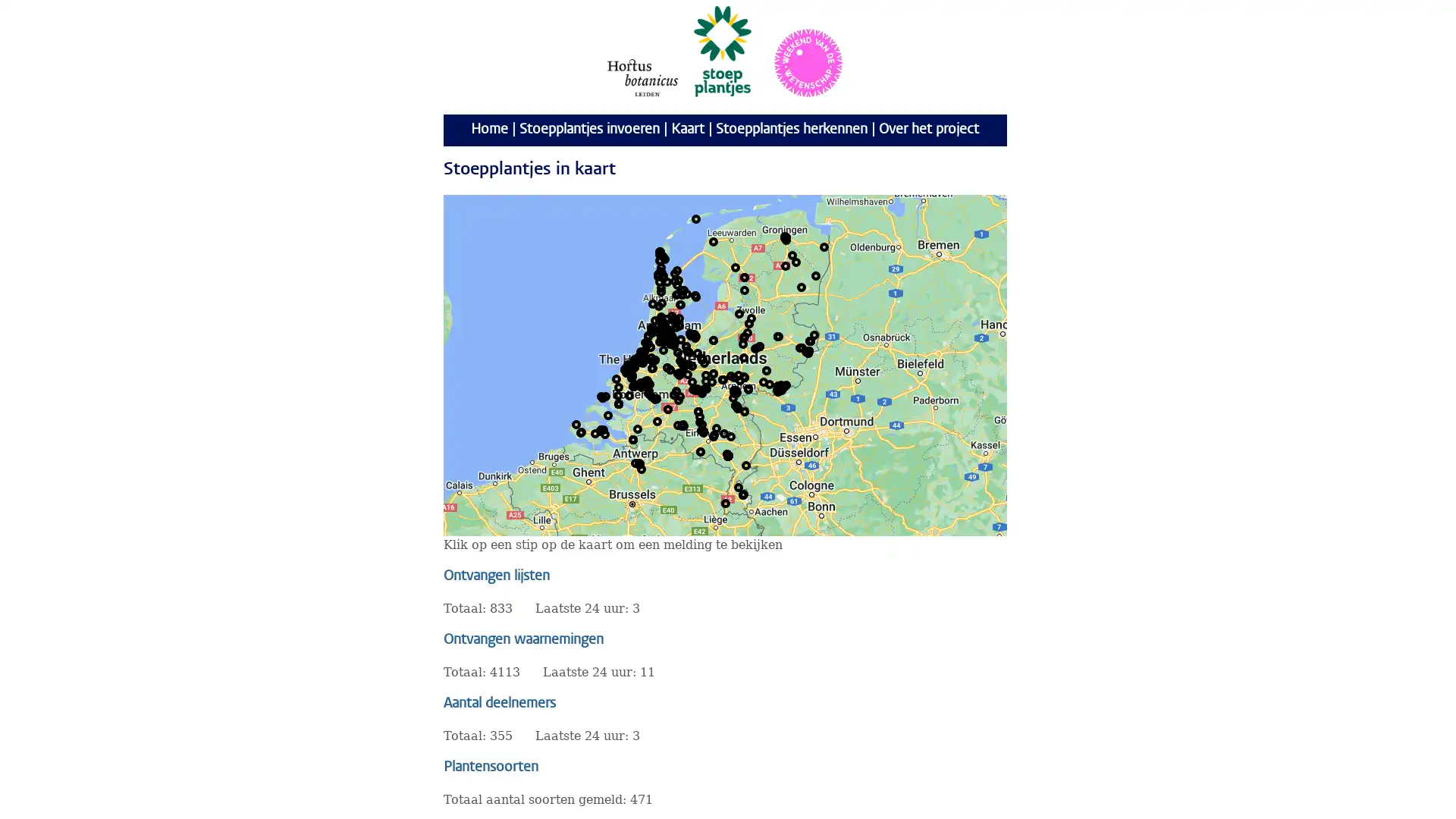 The height and width of the screenshot is (819, 1456). Describe the element at coordinates (638, 359) in the screenshot. I see `Telling van Paul Keler op 04 oktober 2021` at that location.